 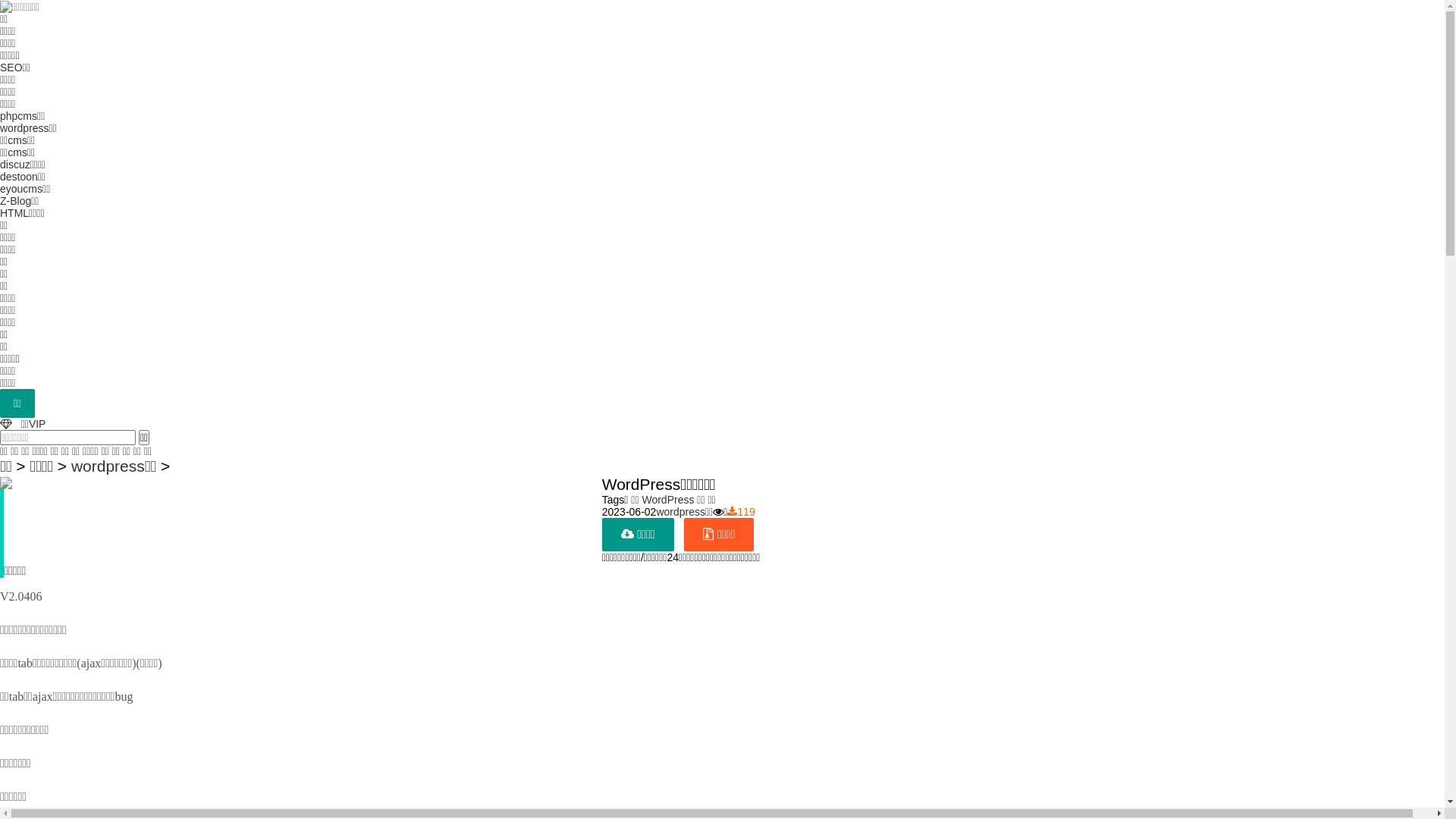 I want to click on 'WordPress', so click(x=667, y=500).